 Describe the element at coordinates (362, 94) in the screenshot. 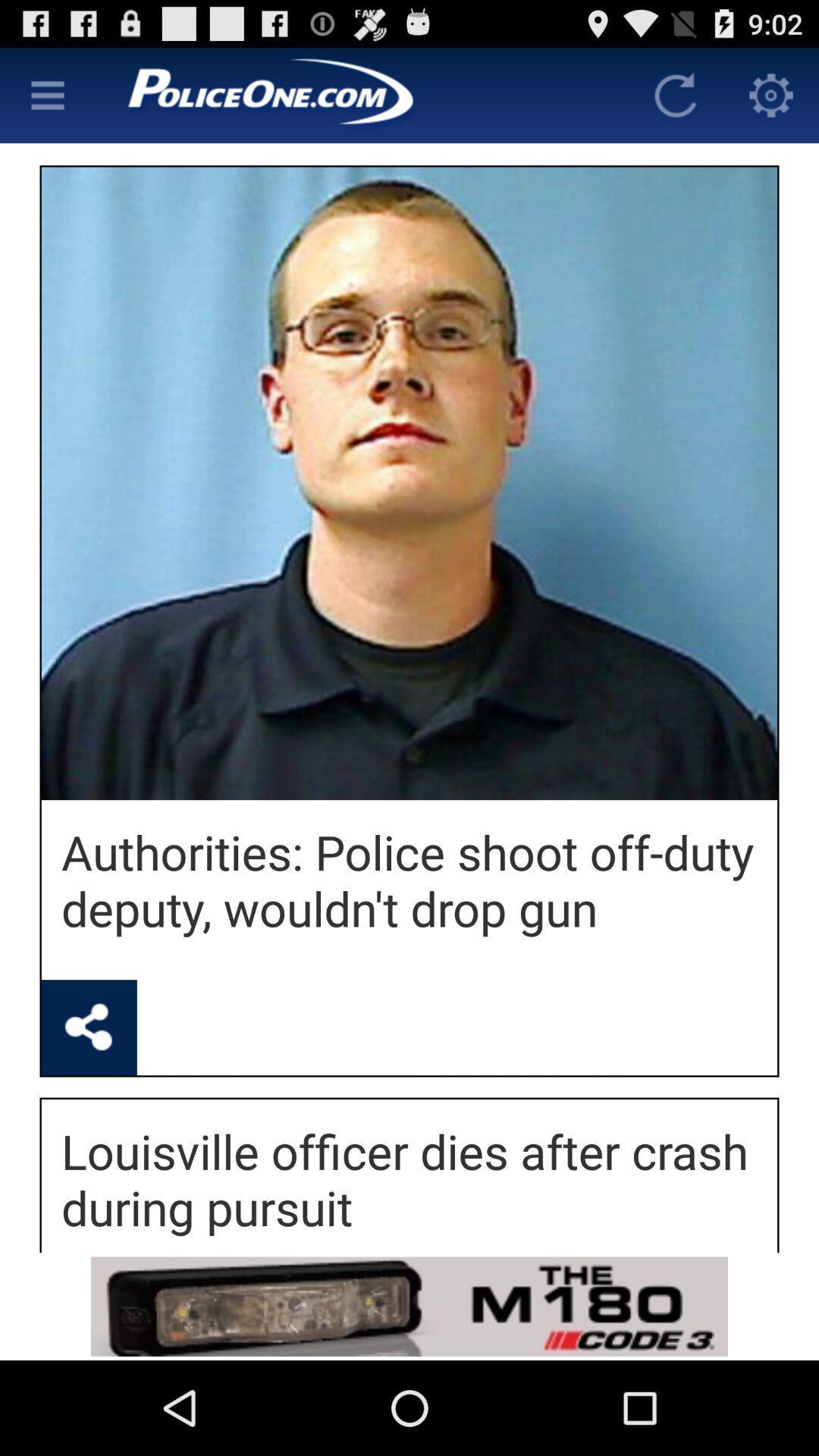

I see `autoplay option` at that location.